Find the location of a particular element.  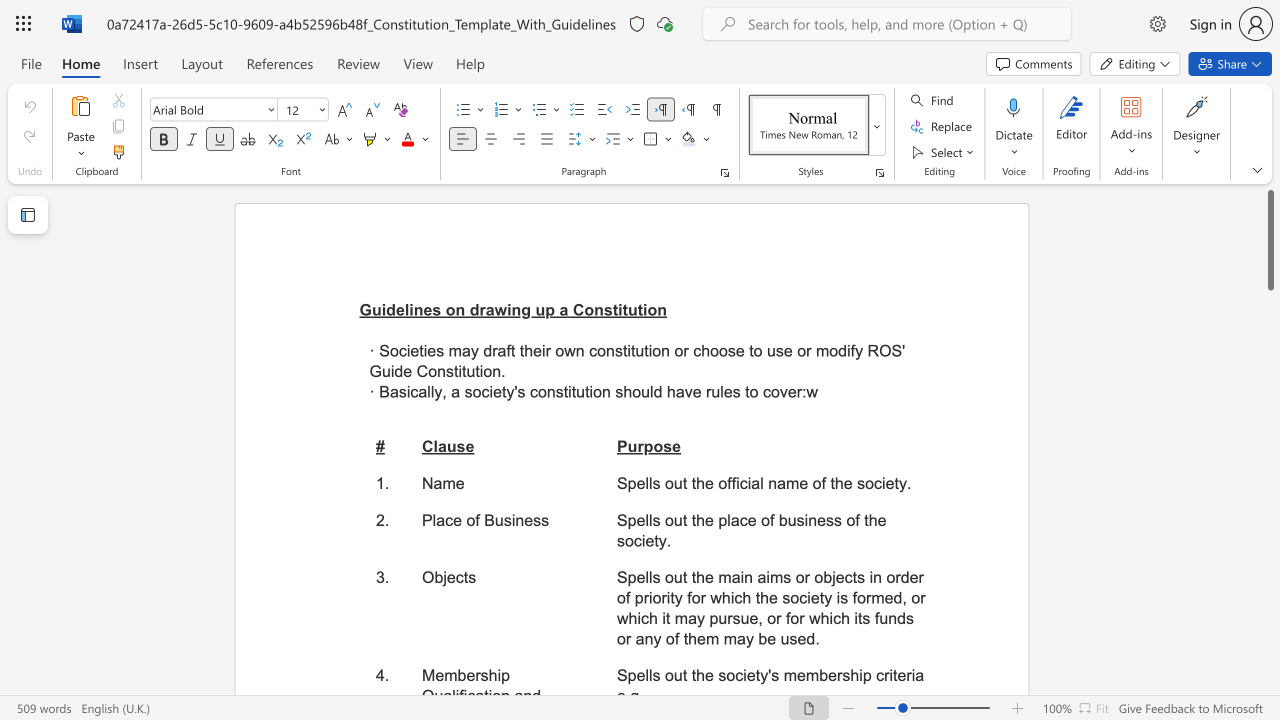

the scrollbar on the right to move the page downward is located at coordinates (1269, 570).